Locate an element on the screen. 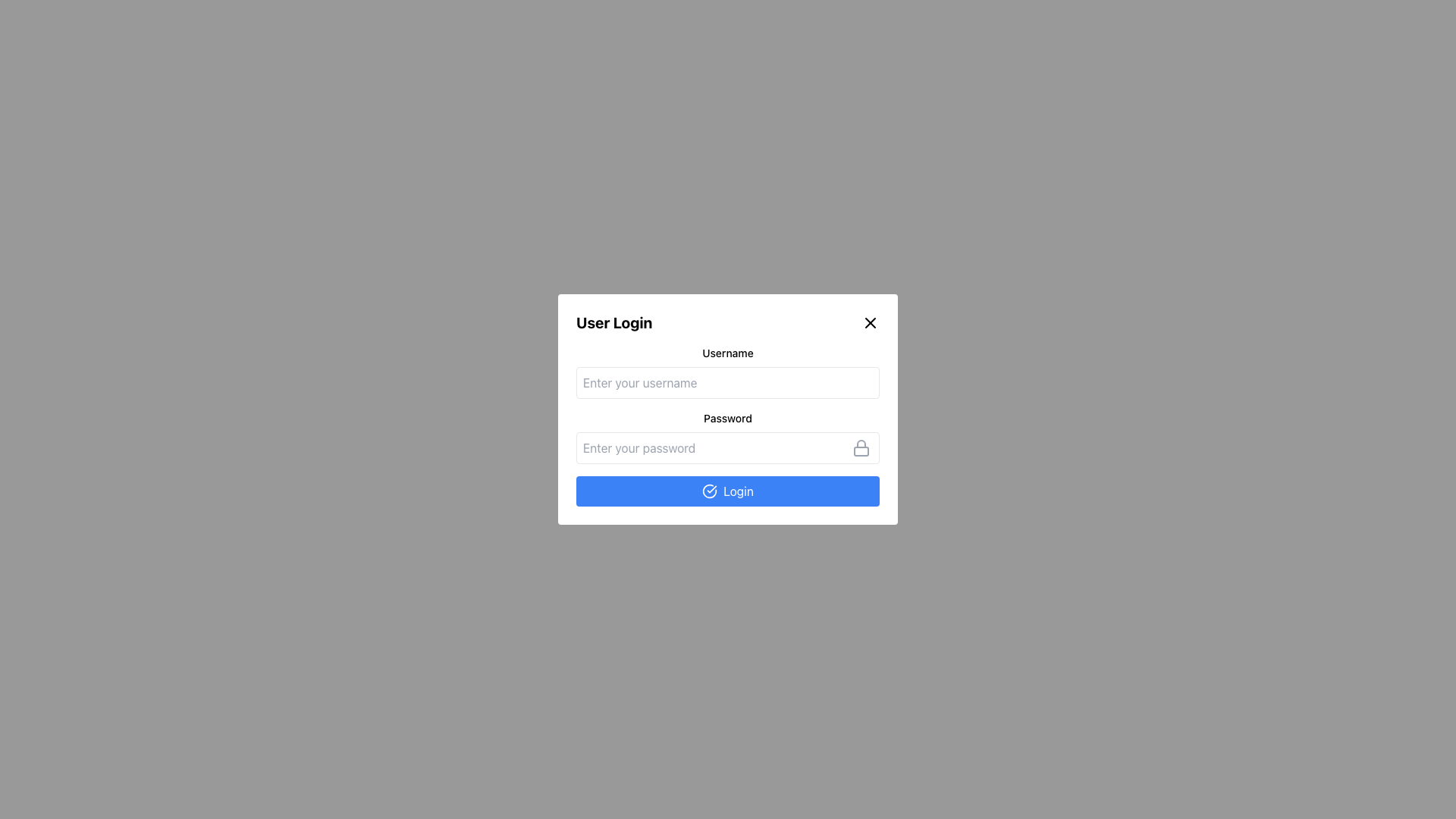  the 'Login' button which contains the Text Label for submitting the login form is located at coordinates (739, 491).